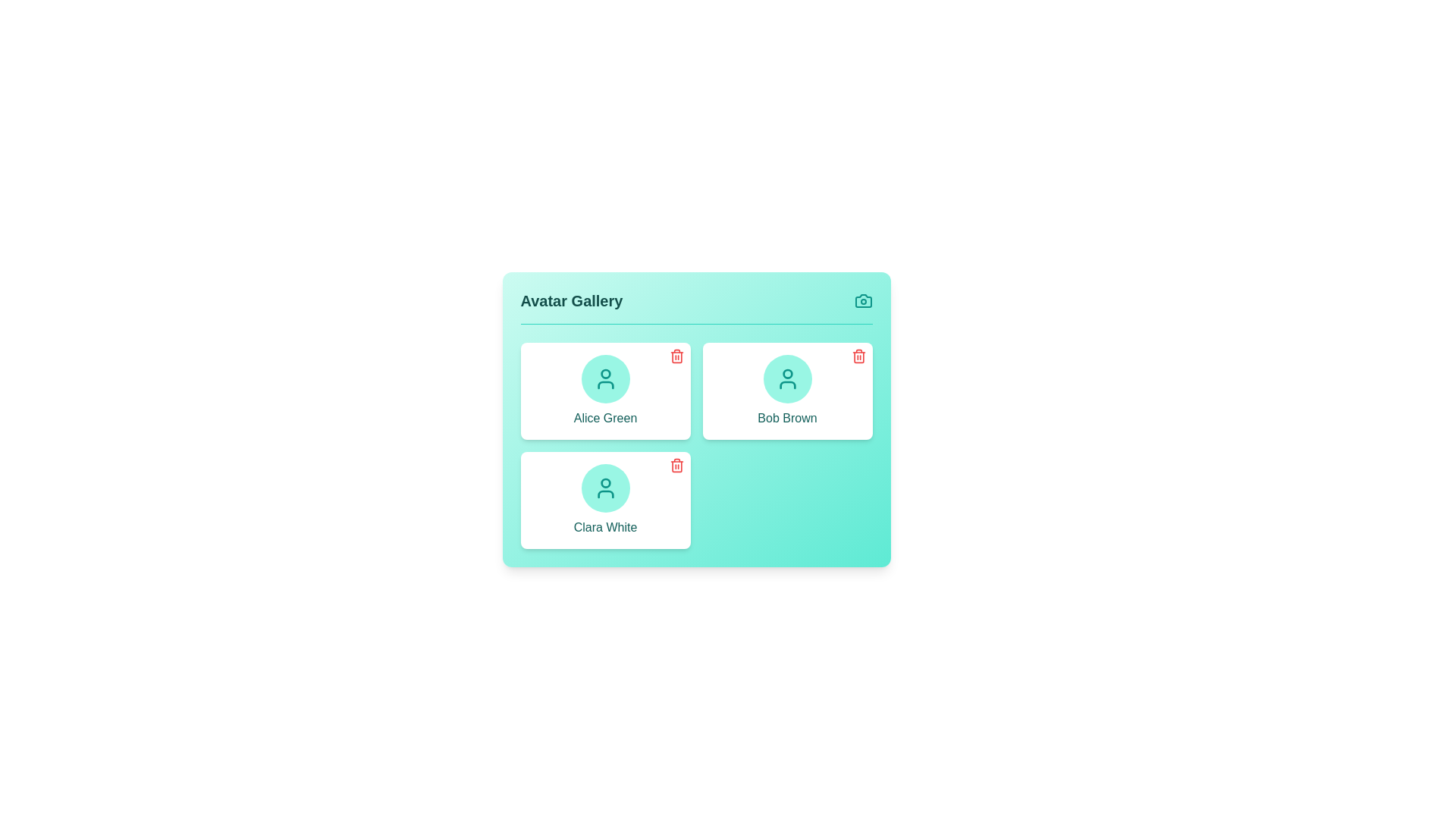 Image resolution: width=1456 pixels, height=819 pixels. Describe the element at coordinates (676, 356) in the screenshot. I see `the red trash bin icon located at the upper right corner of the card labeled 'Alice Green' to change its appearance` at that location.